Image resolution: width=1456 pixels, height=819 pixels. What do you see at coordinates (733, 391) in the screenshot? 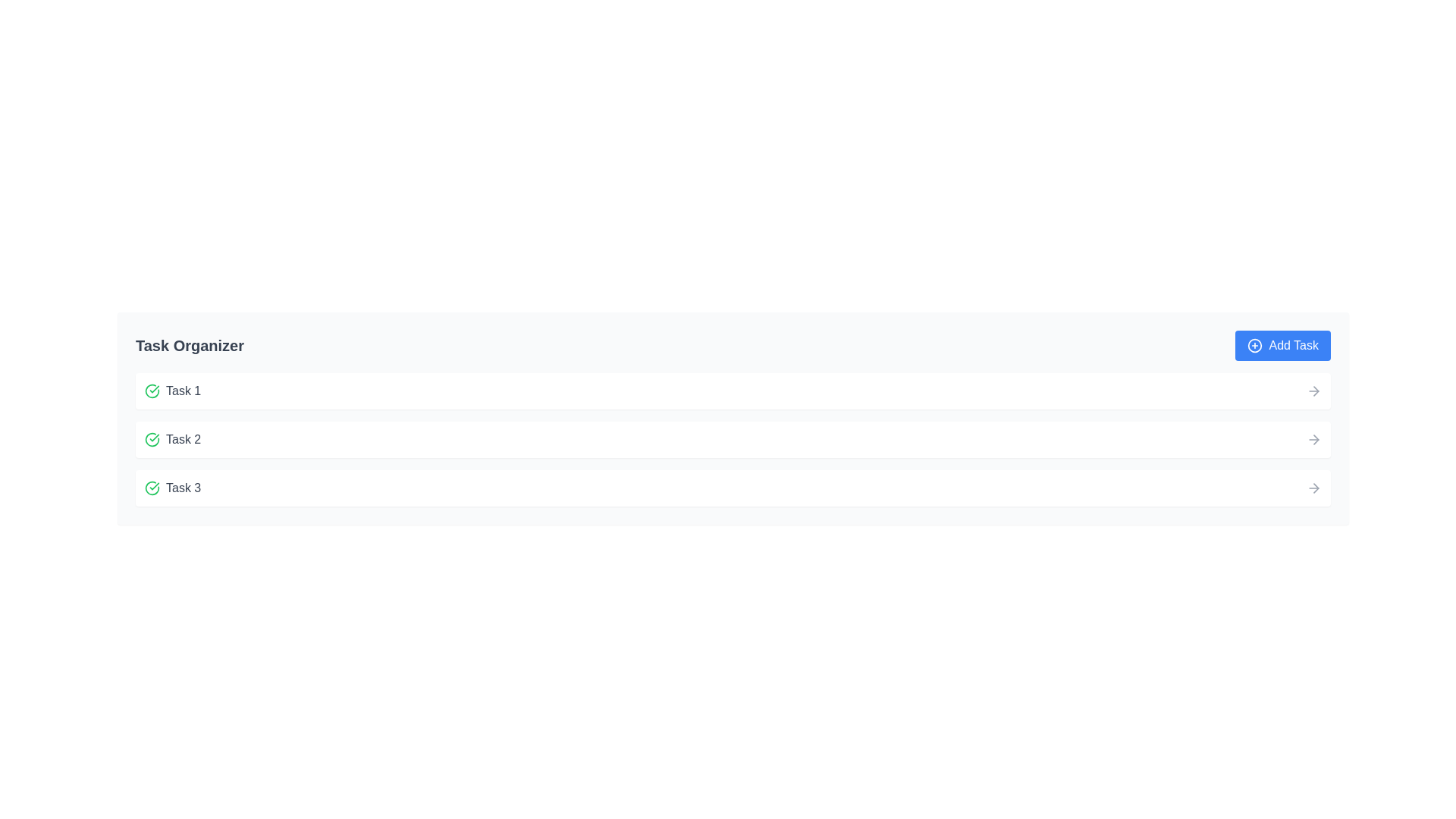
I see `the first task entry in the list labeled 'Task 1'` at bounding box center [733, 391].